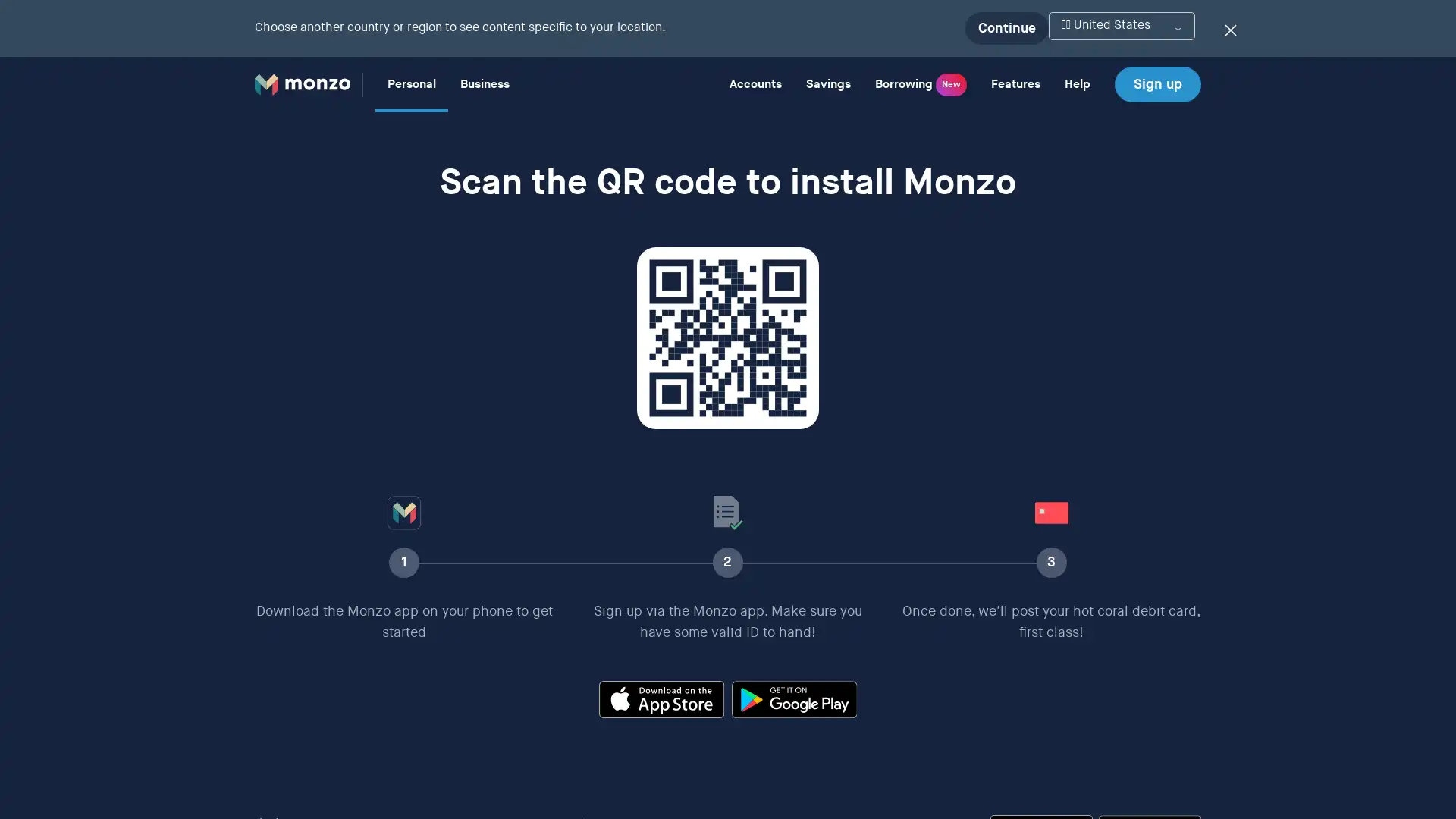 The image size is (1456, 819). What do you see at coordinates (755, 84) in the screenshot?
I see `Accounts` at bounding box center [755, 84].